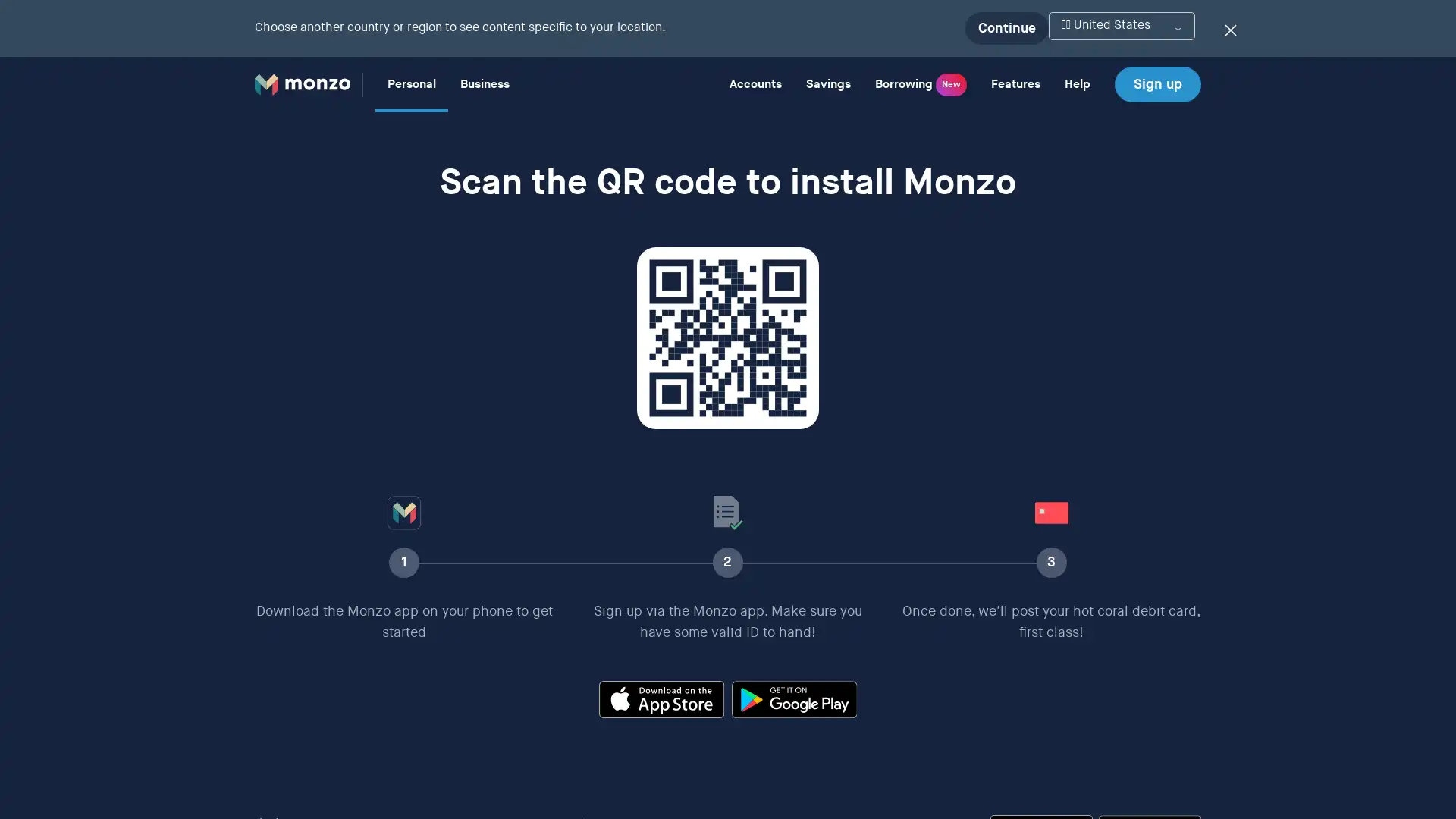 The image size is (1456, 819). What do you see at coordinates (755, 84) in the screenshot?
I see `Accounts` at bounding box center [755, 84].